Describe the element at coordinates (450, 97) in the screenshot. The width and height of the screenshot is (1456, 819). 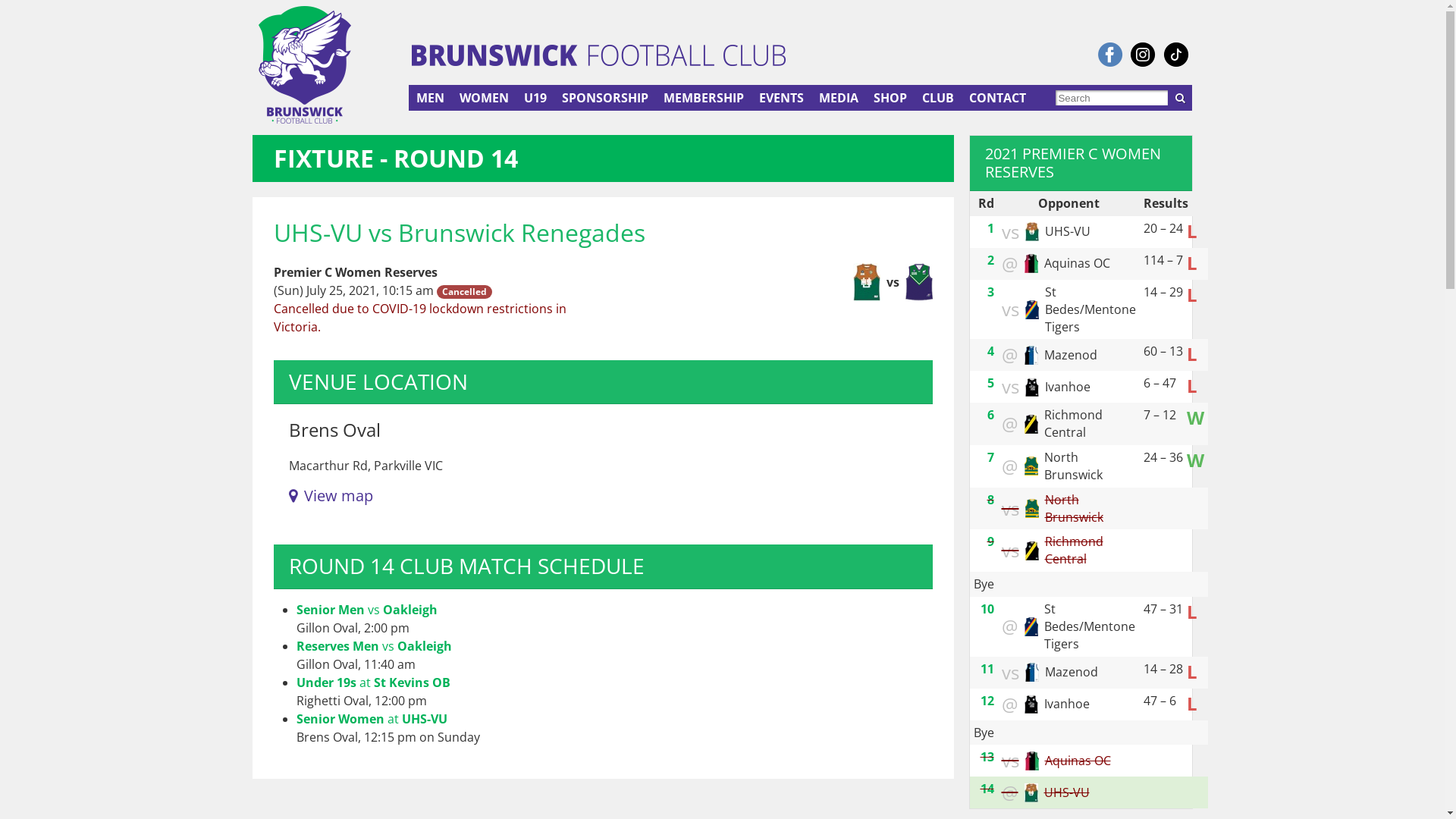
I see `'WOMEN'` at that location.